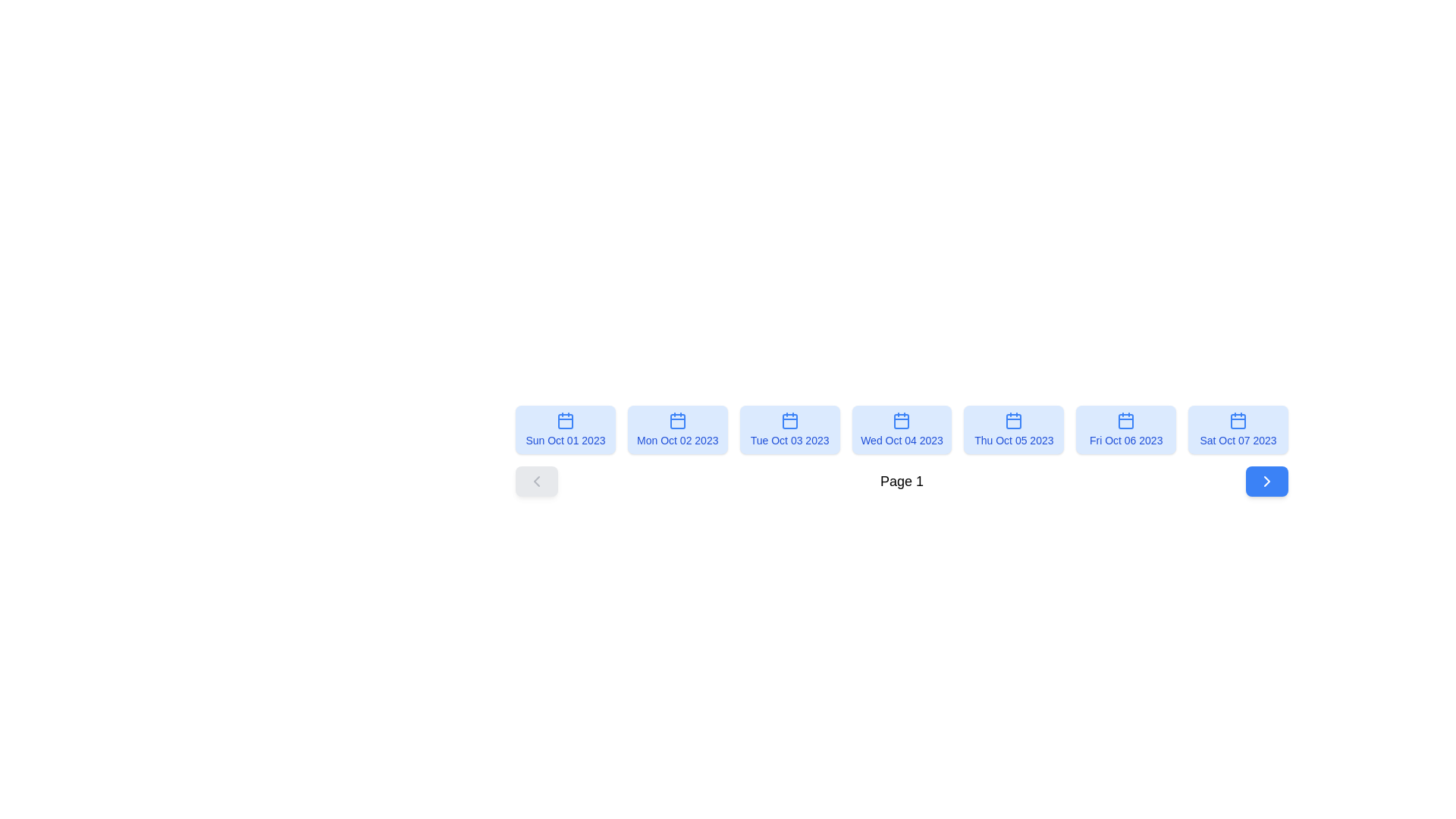 This screenshot has height=819, width=1456. I want to click on the chevron icon located in the blue button at the extreme right of the horizontal sequence of calendar buttons, so click(1266, 482).